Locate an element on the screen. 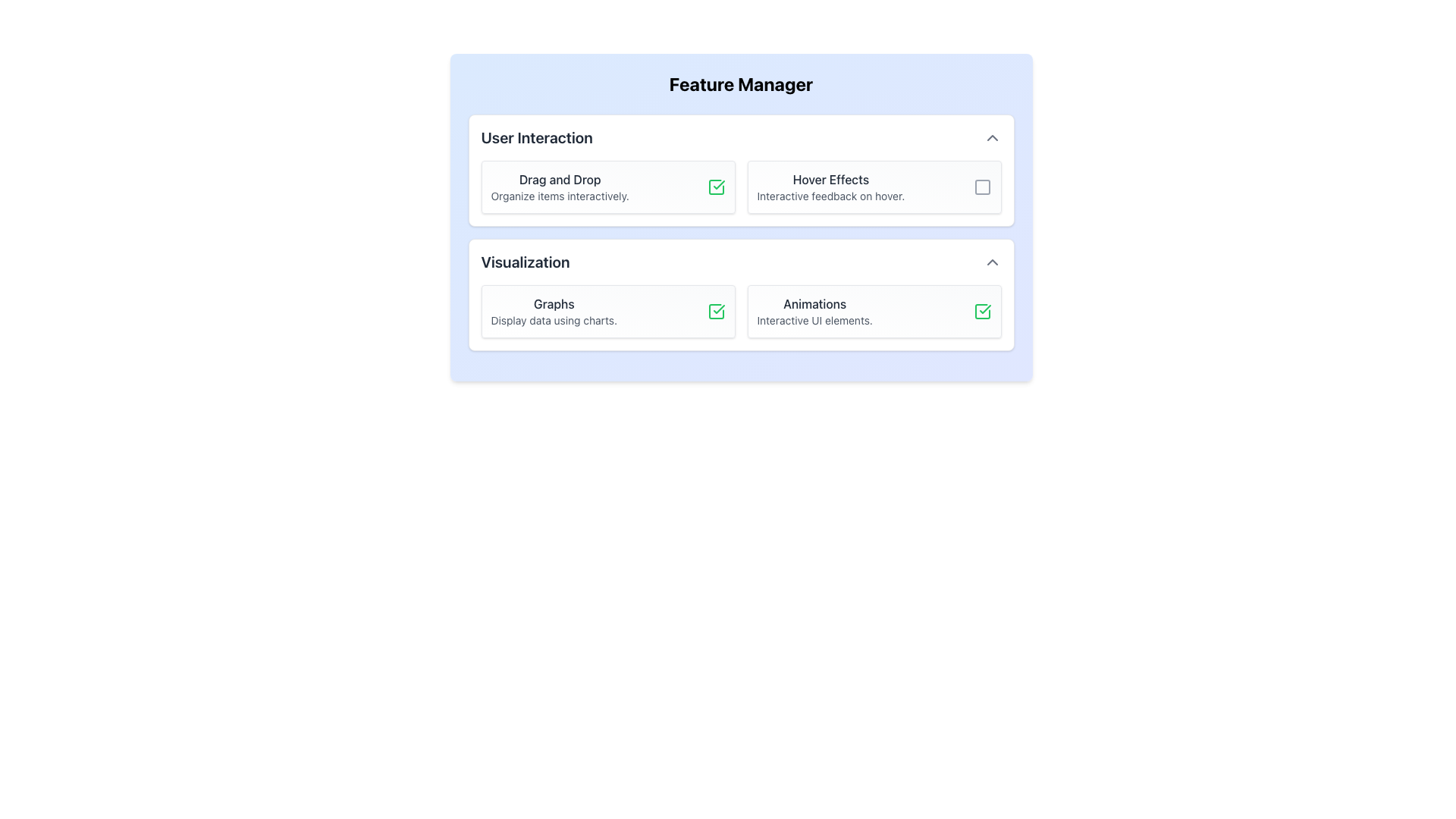  the 'Drag and Drop' text label, which consists of two lines: 'Drag and Drop' in bold dark font and 'Organize items interactively.' in lighter smaller font, located in the upper section of the card under the 'User Interaction' category is located at coordinates (559, 186).